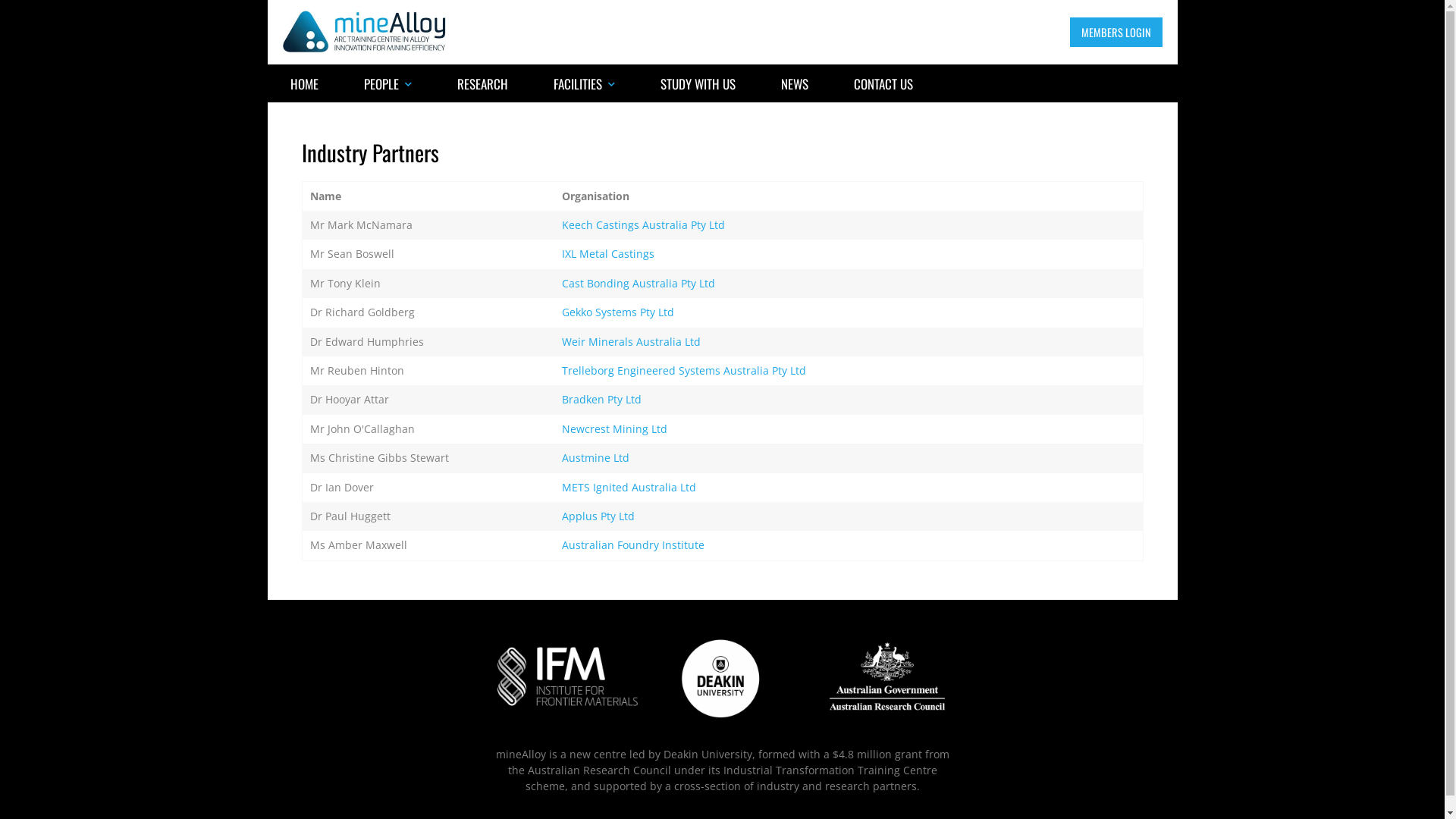 The height and width of the screenshot is (819, 1456). Describe the element at coordinates (638, 283) in the screenshot. I see `'Cast Bonding Australia Pty Ltd'` at that location.